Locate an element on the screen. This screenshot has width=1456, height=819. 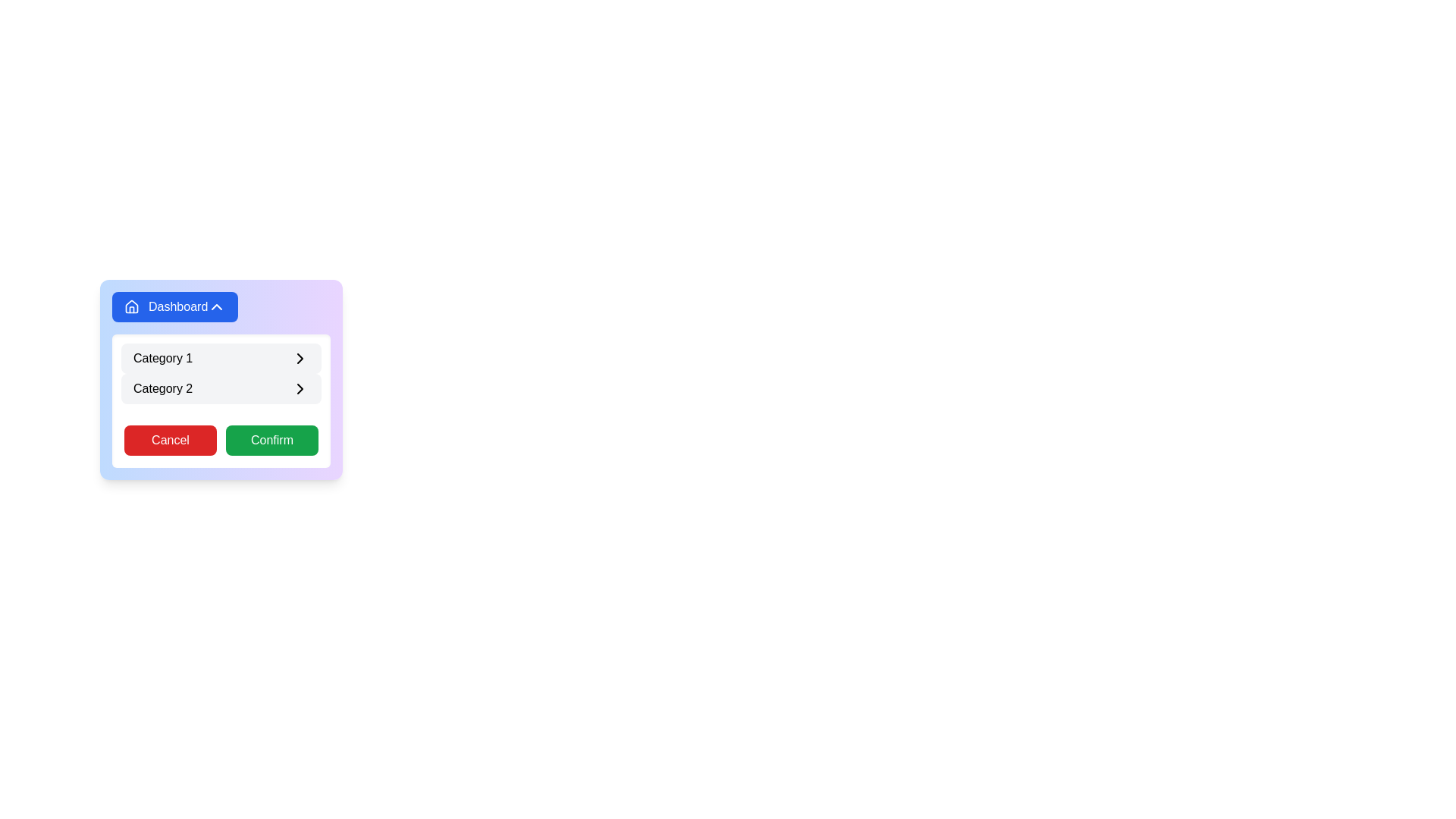
the vertically stacked pair of rectangular blocks containing category names and chevron icons, which is located below the blue 'Dashboard' section and above the 'Cancel' and 'Confirm' buttons is located at coordinates (221, 374).